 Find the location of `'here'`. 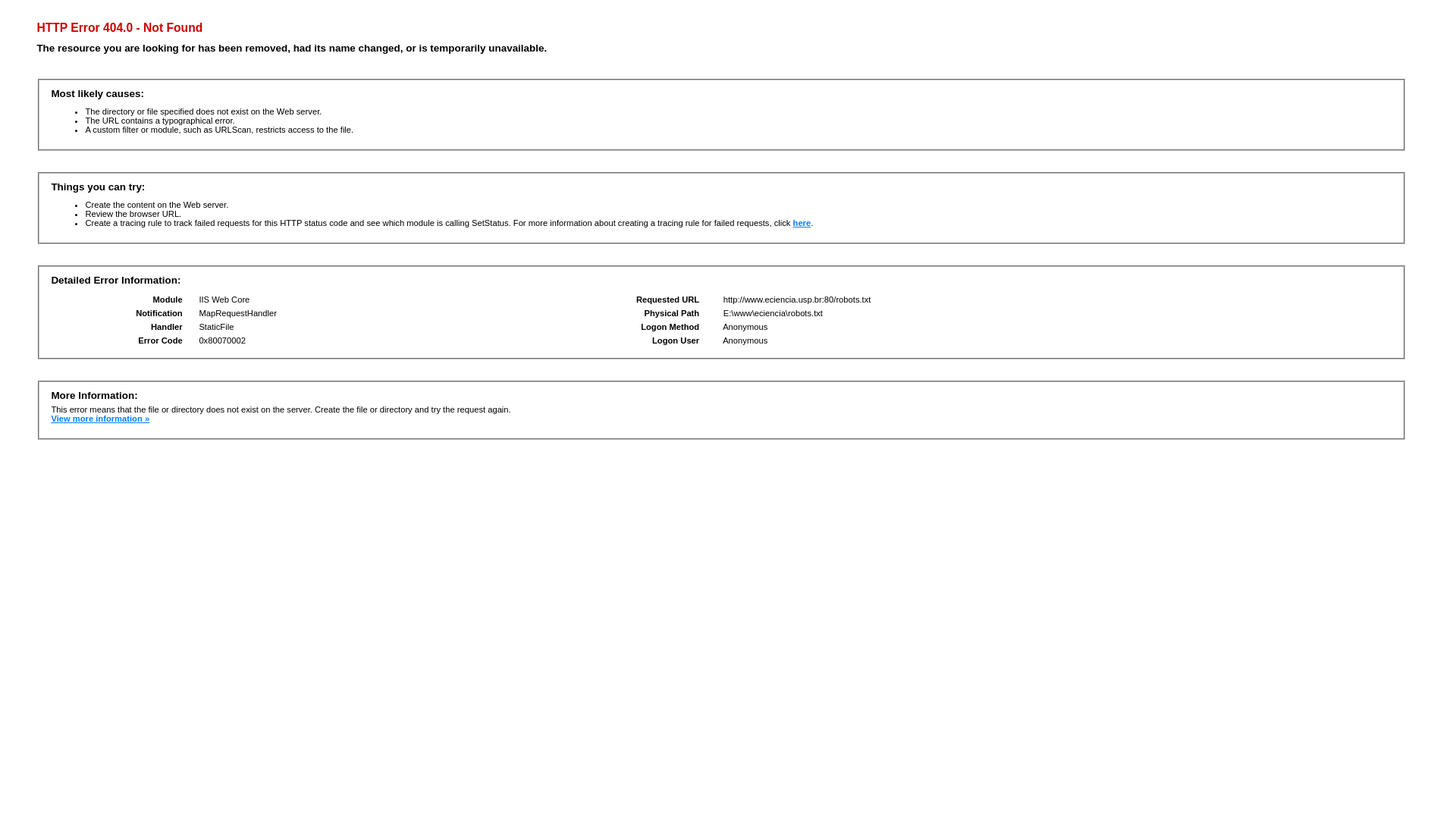

'here' is located at coordinates (801, 222).